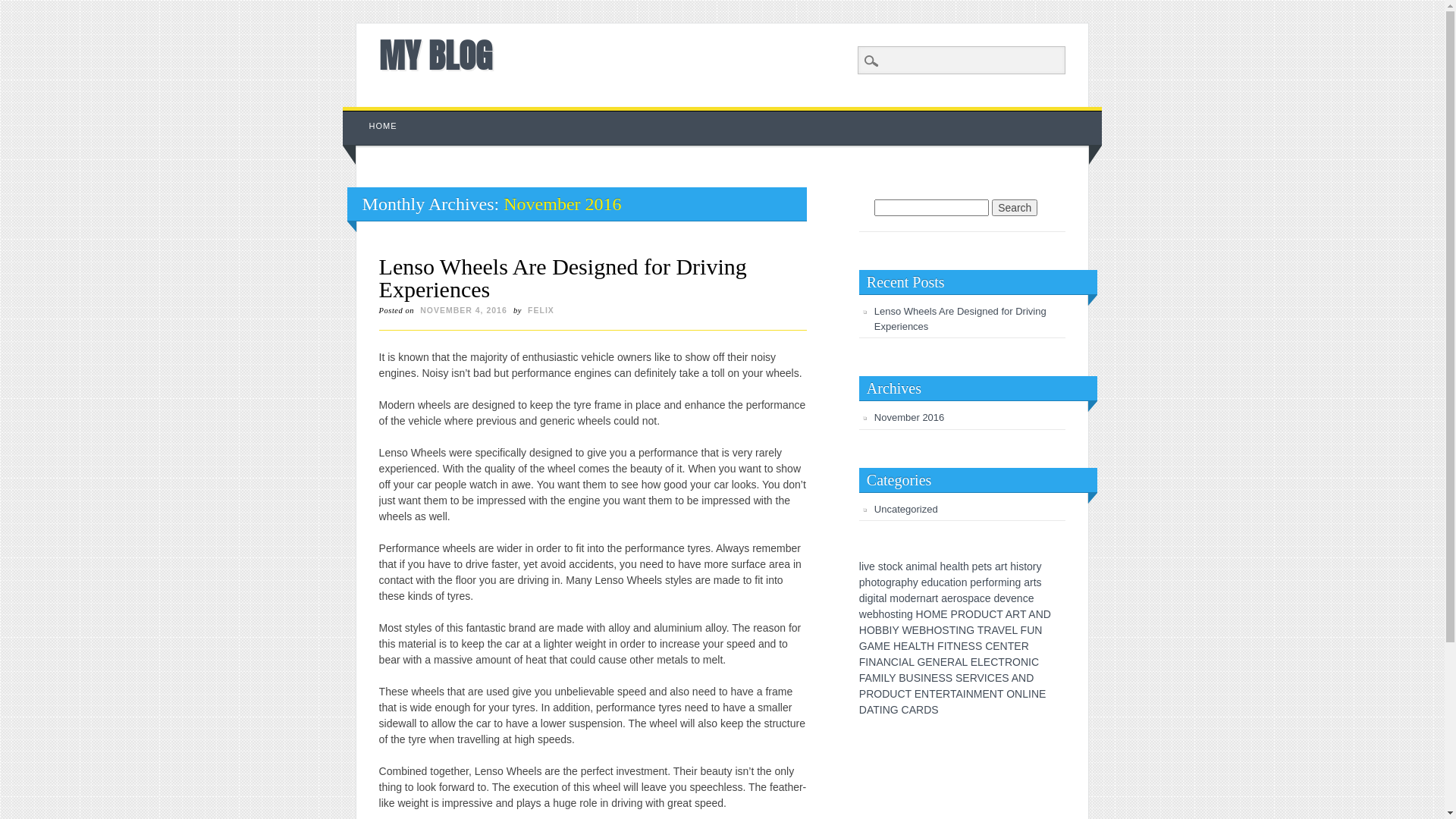 This screenshot has width=1456, height=819. Describe the element at coordinates (1022, 614) in the screenshot. I see `'T'` at that location.